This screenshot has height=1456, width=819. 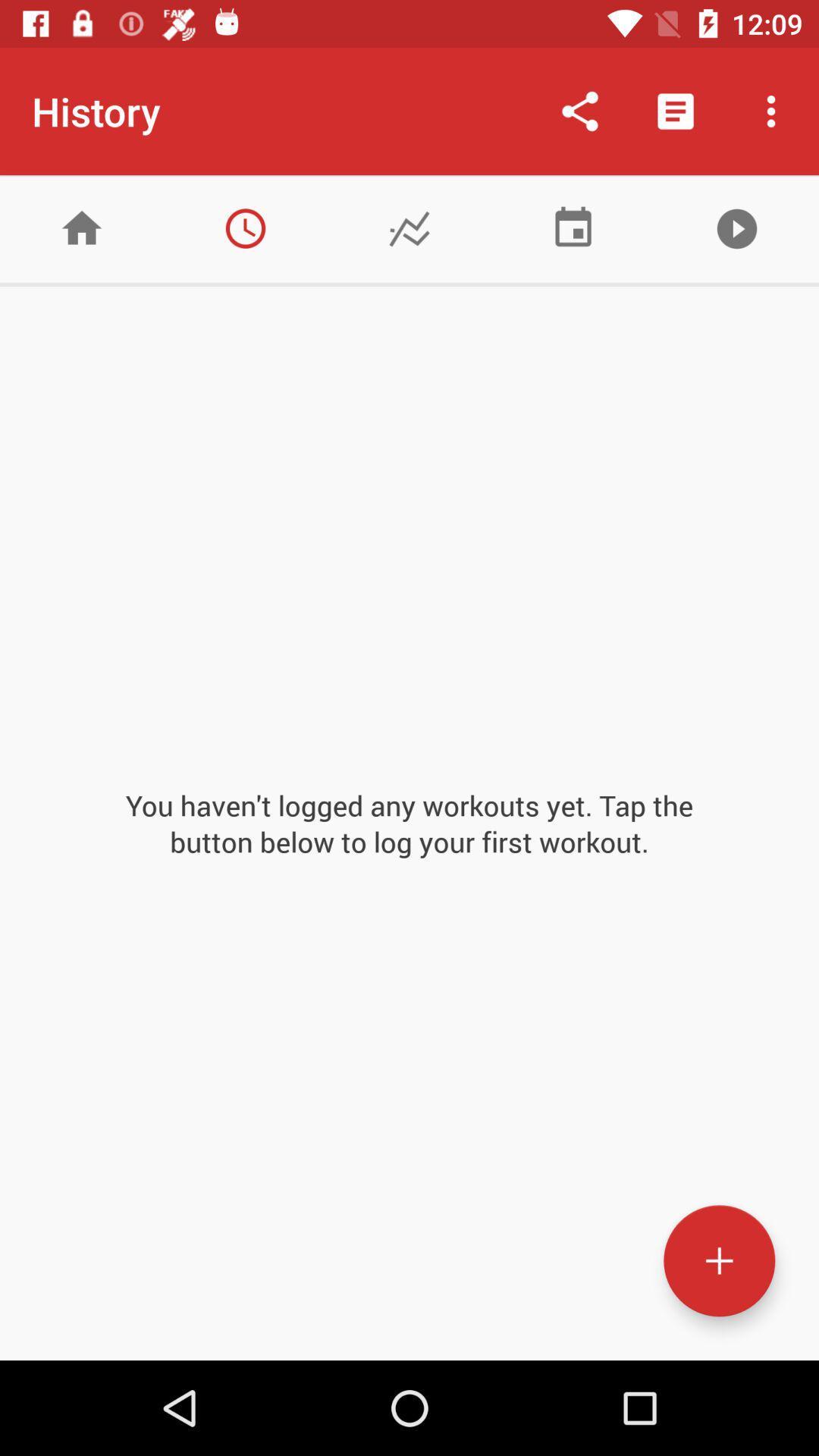 What do you see at coordinates (579, 111) in the screenshot?
I see `the item next to the history icon` at bounding box center [579, 111].